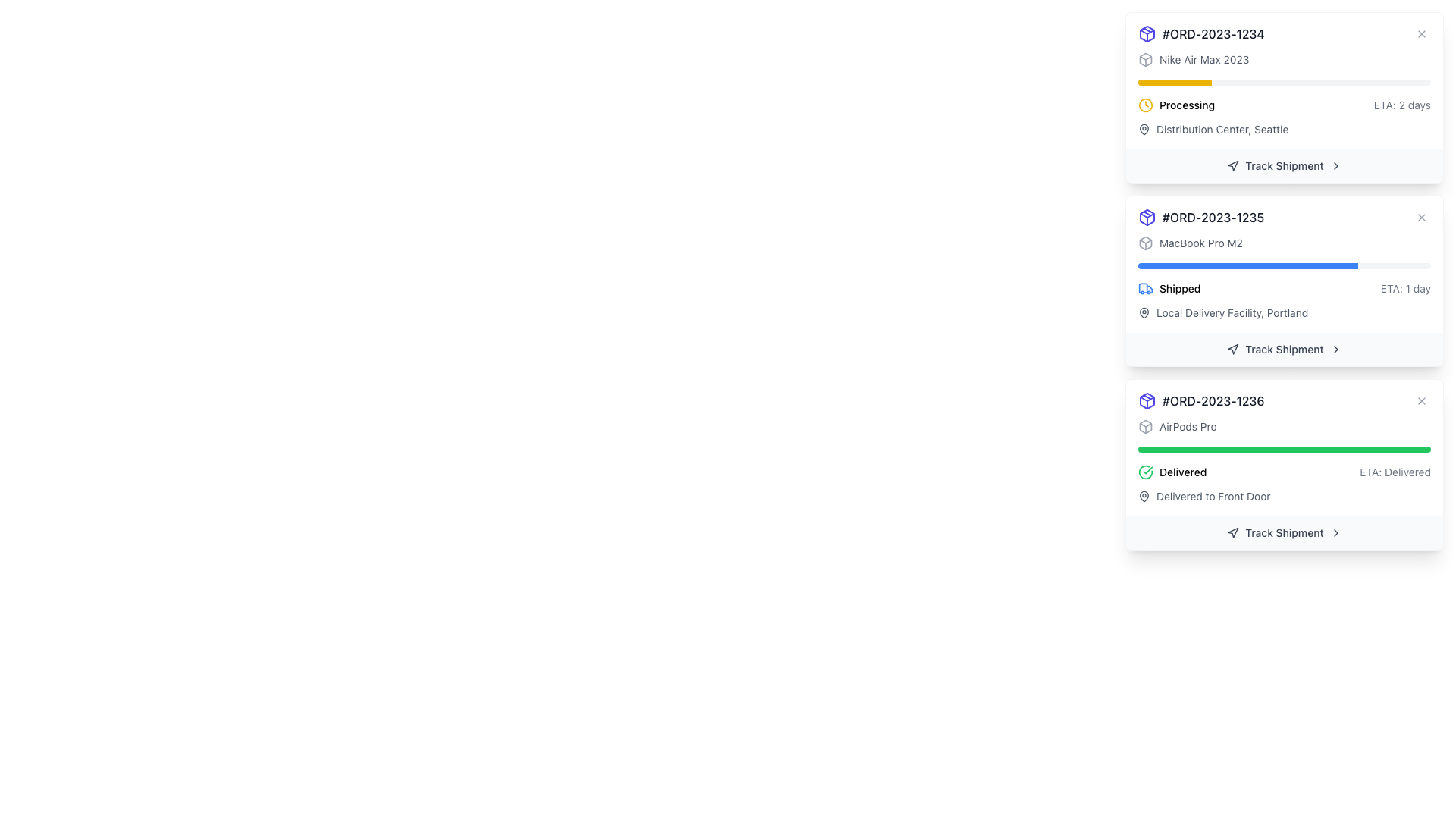 This screenshot has width=1456, height=819. I want to click on the status, so click(1284, 104).